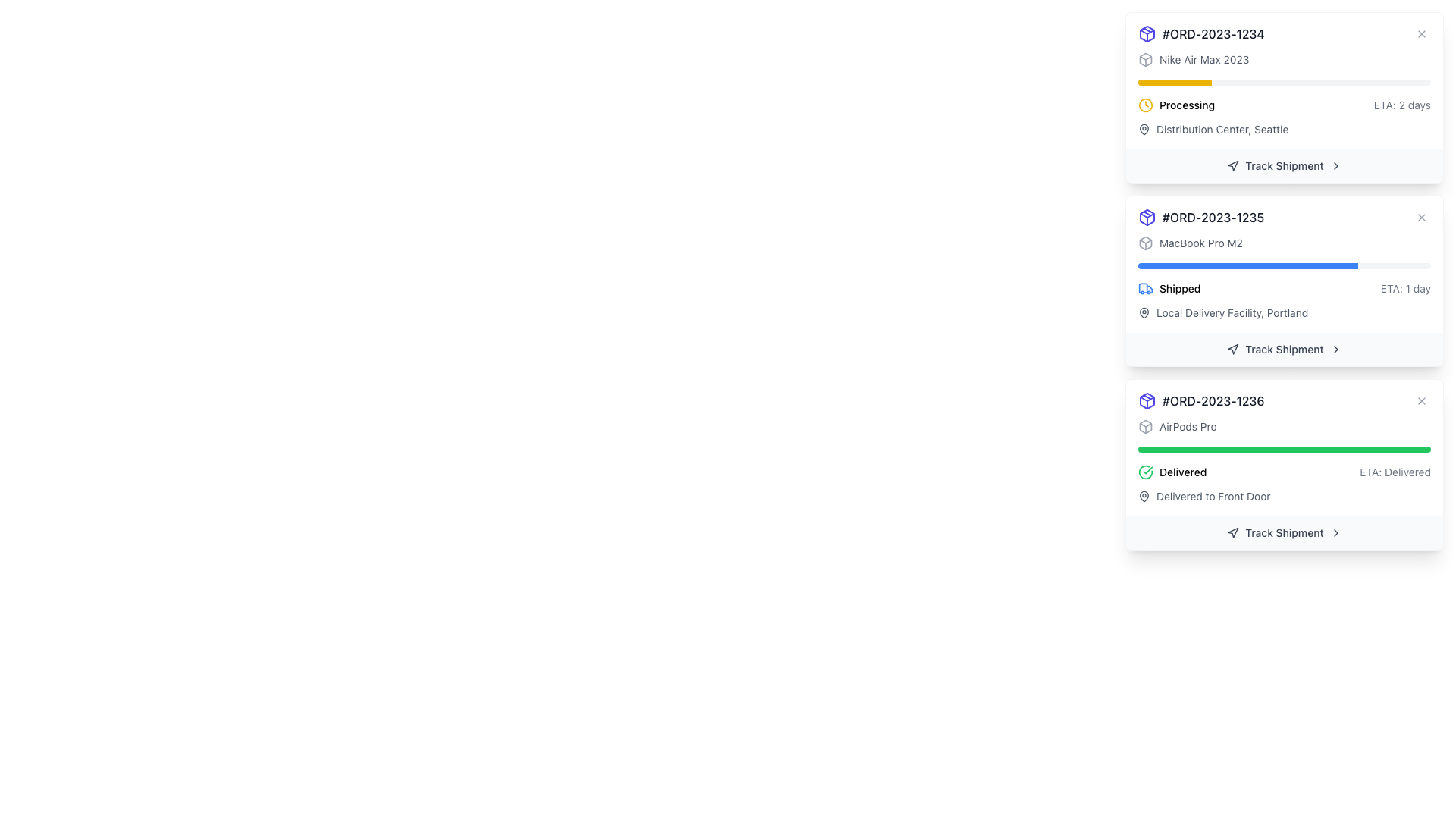 This screenshot has width=1456, height=819. I want to click on the status, so click(1284, 104).